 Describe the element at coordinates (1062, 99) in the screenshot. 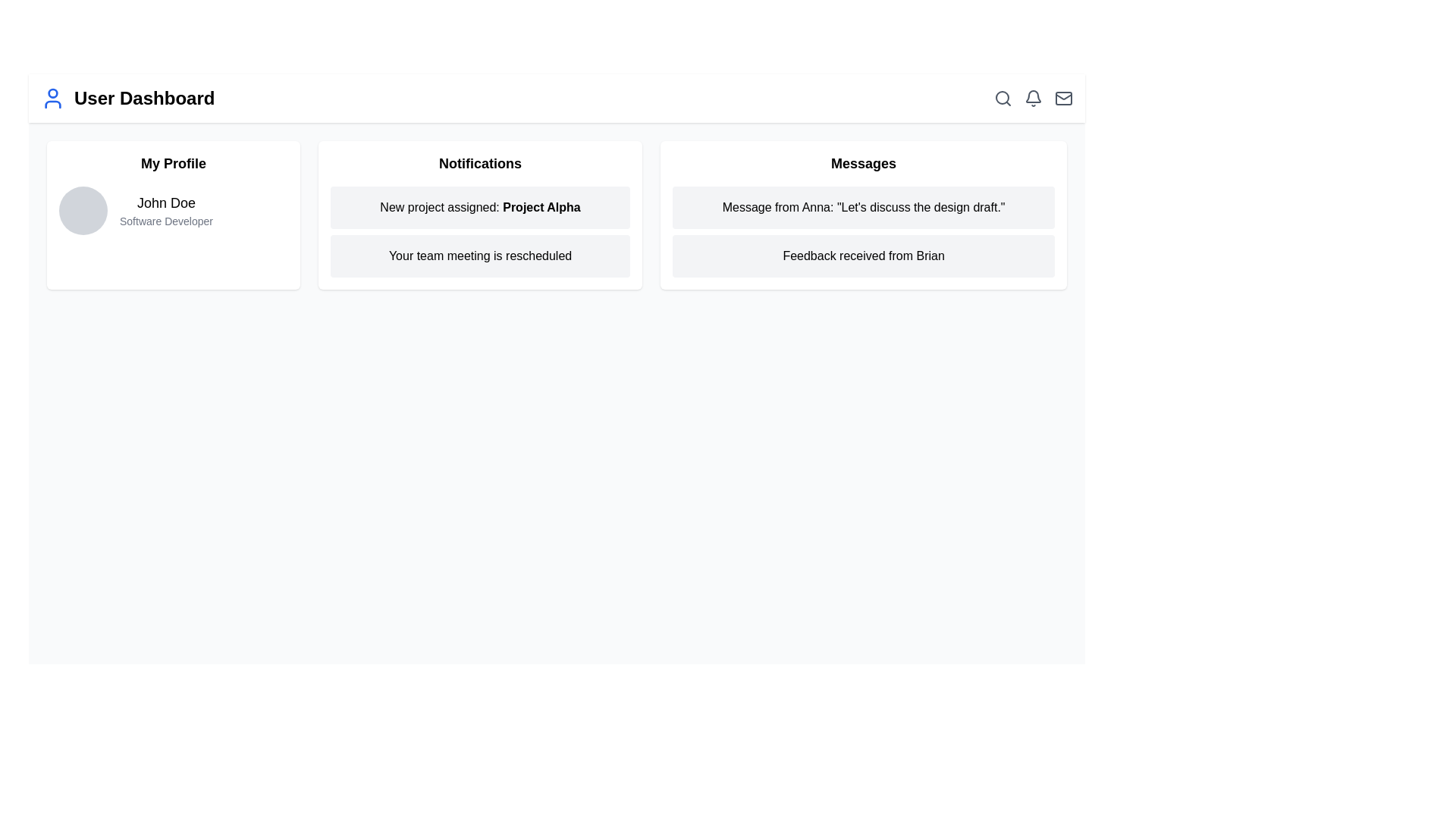

I see `the decorative rectangular shape that forms the body of the envelope icon located in the upper right corner of the interface` at that location.